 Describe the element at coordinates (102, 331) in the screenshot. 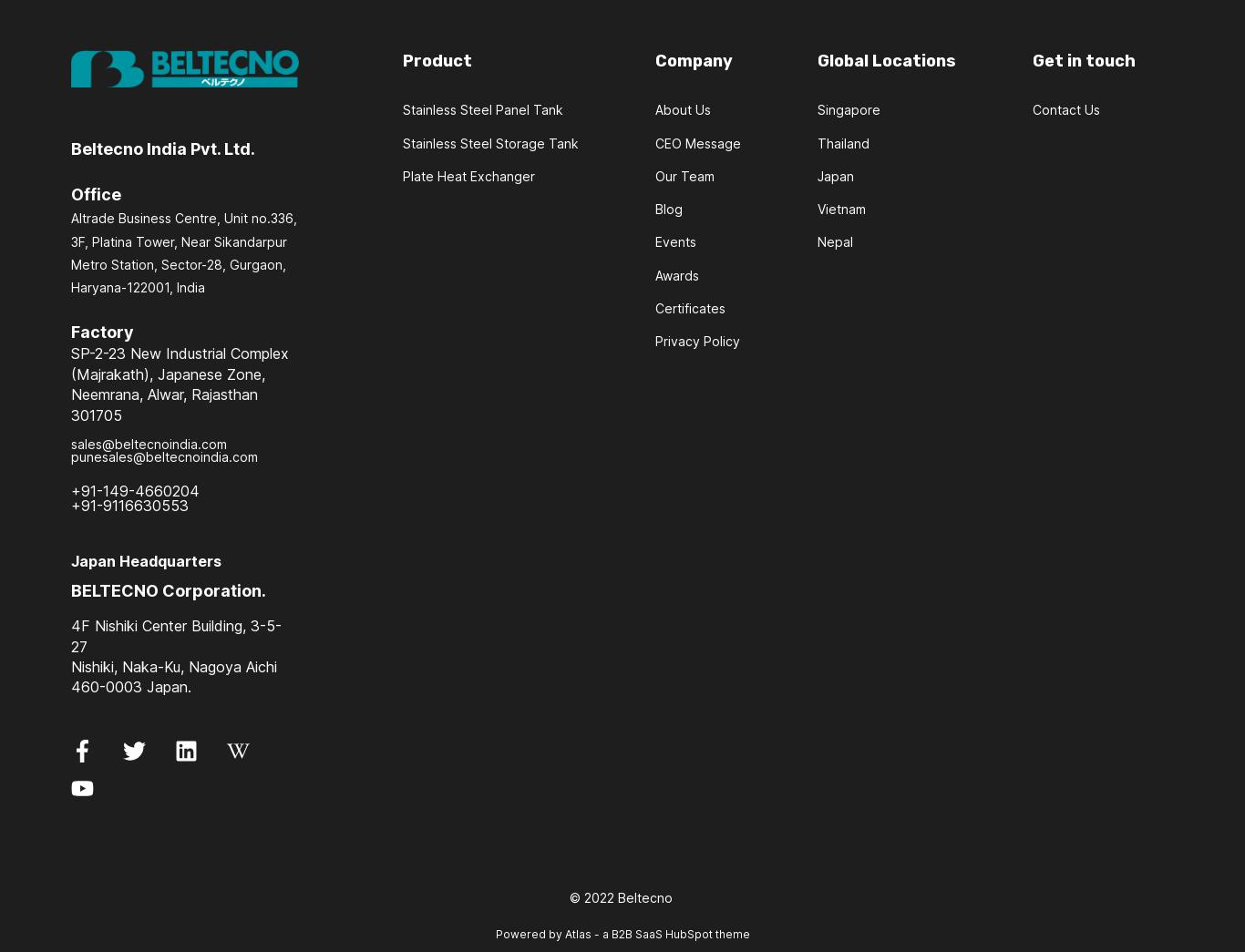

I see `'Factory'` at that location.